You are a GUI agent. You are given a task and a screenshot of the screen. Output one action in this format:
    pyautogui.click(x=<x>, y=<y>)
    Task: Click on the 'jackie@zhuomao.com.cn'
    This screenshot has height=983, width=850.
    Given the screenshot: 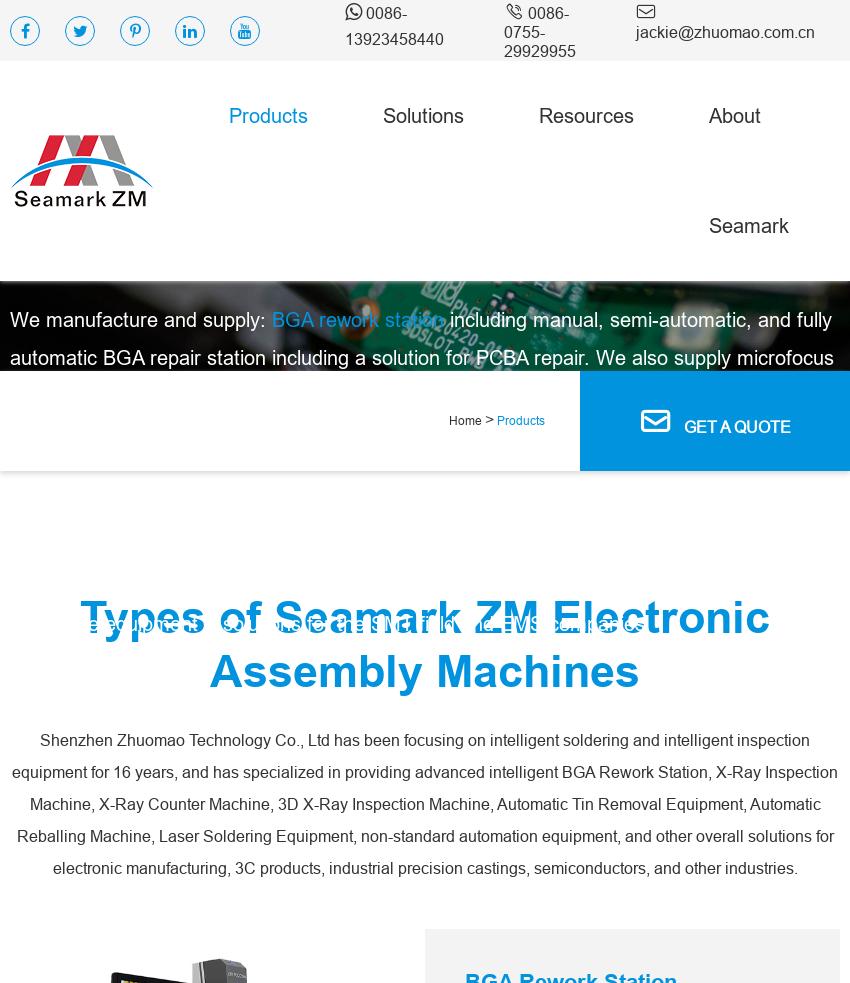 What is the action you would take?
    pyautogui.click(x=725, y=31)
    